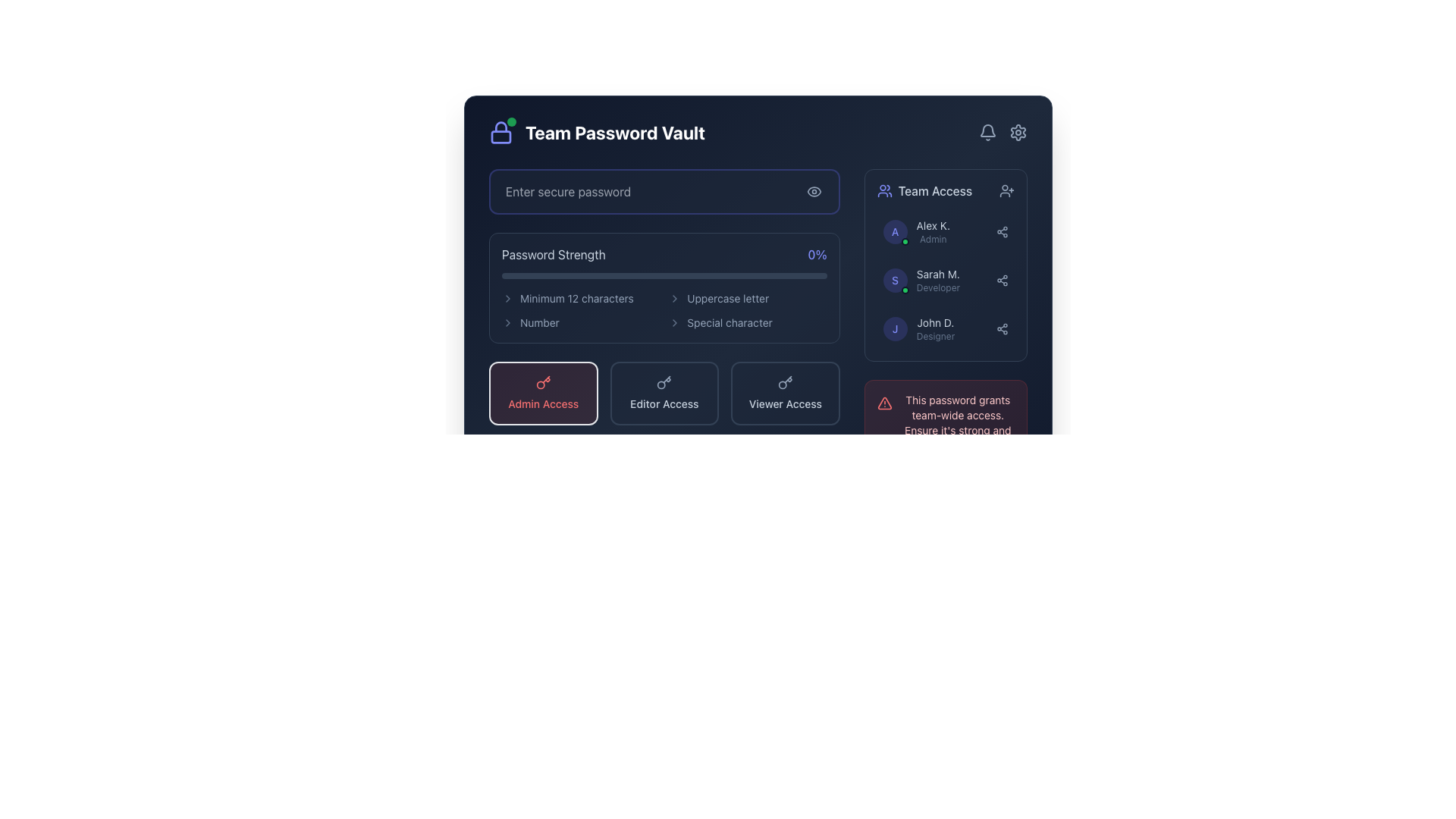 Image resolution: width=1456 pixels, height=819 pixels. I want to click on the alert message element that contains a red warning icon and the text 'This password grants team-wide access. Ensure it's strong and shared securely.', so click(945, 423).